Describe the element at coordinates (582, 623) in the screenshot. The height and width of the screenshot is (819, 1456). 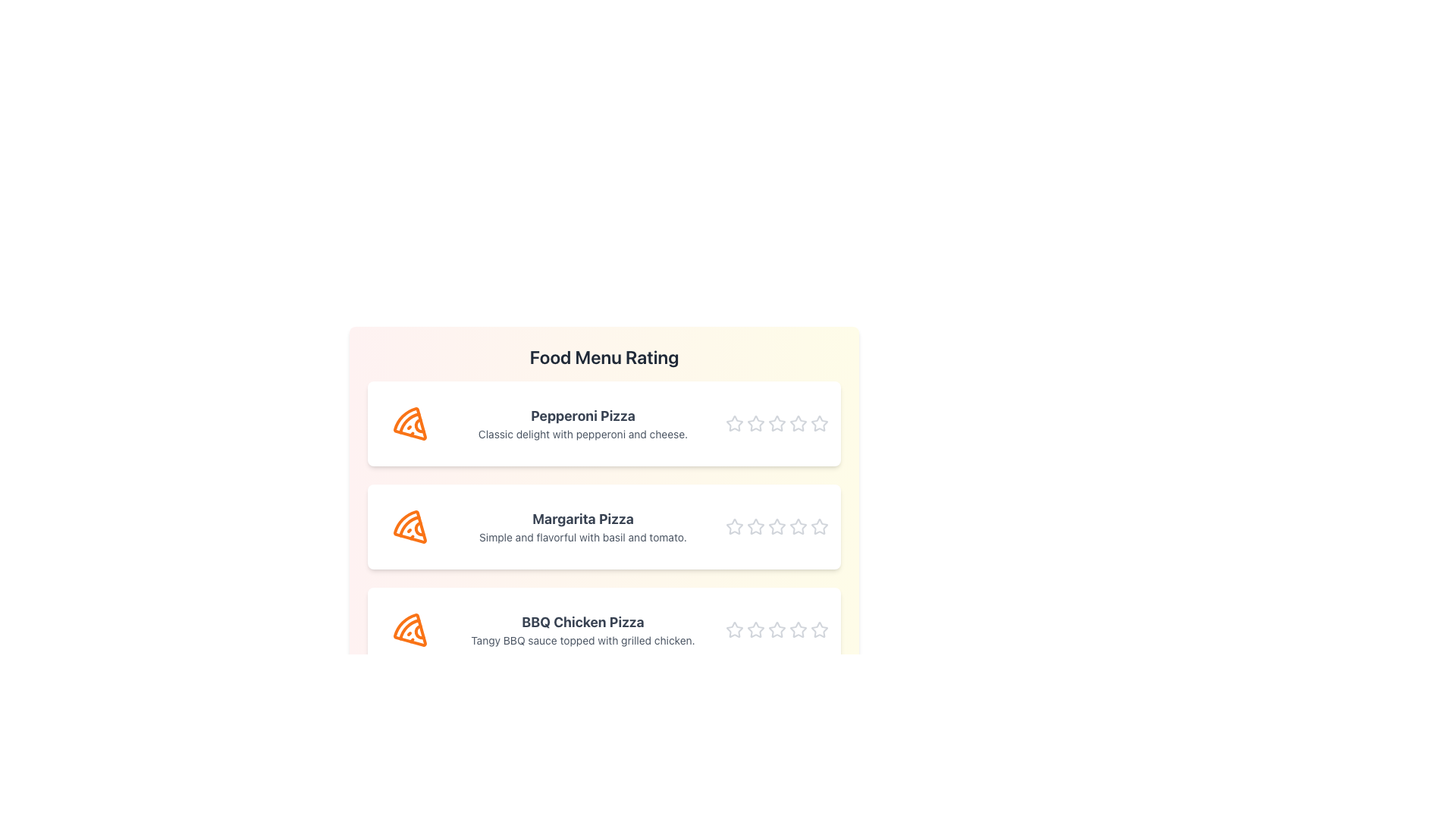
I see `the text label reading 'BBQ Chicken Pizza', which is styled in bold gray font and located at the top of the third menu card in the 'Food Menu Rating' section` at that location.